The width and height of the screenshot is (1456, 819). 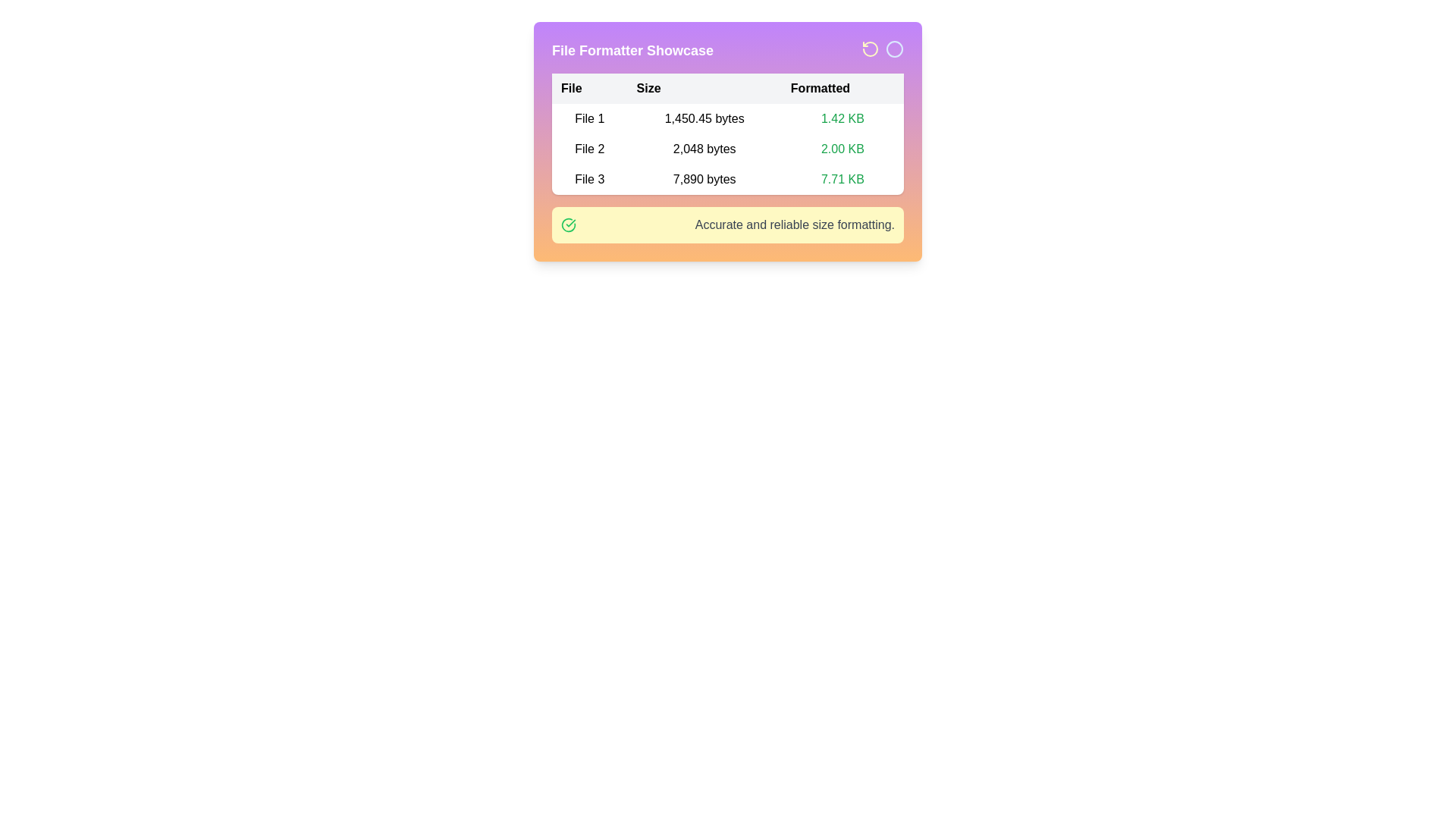 I want to click on textual header located in the top-left area of the header bar, which serves as the title for the section, so click(x=632, y=49).